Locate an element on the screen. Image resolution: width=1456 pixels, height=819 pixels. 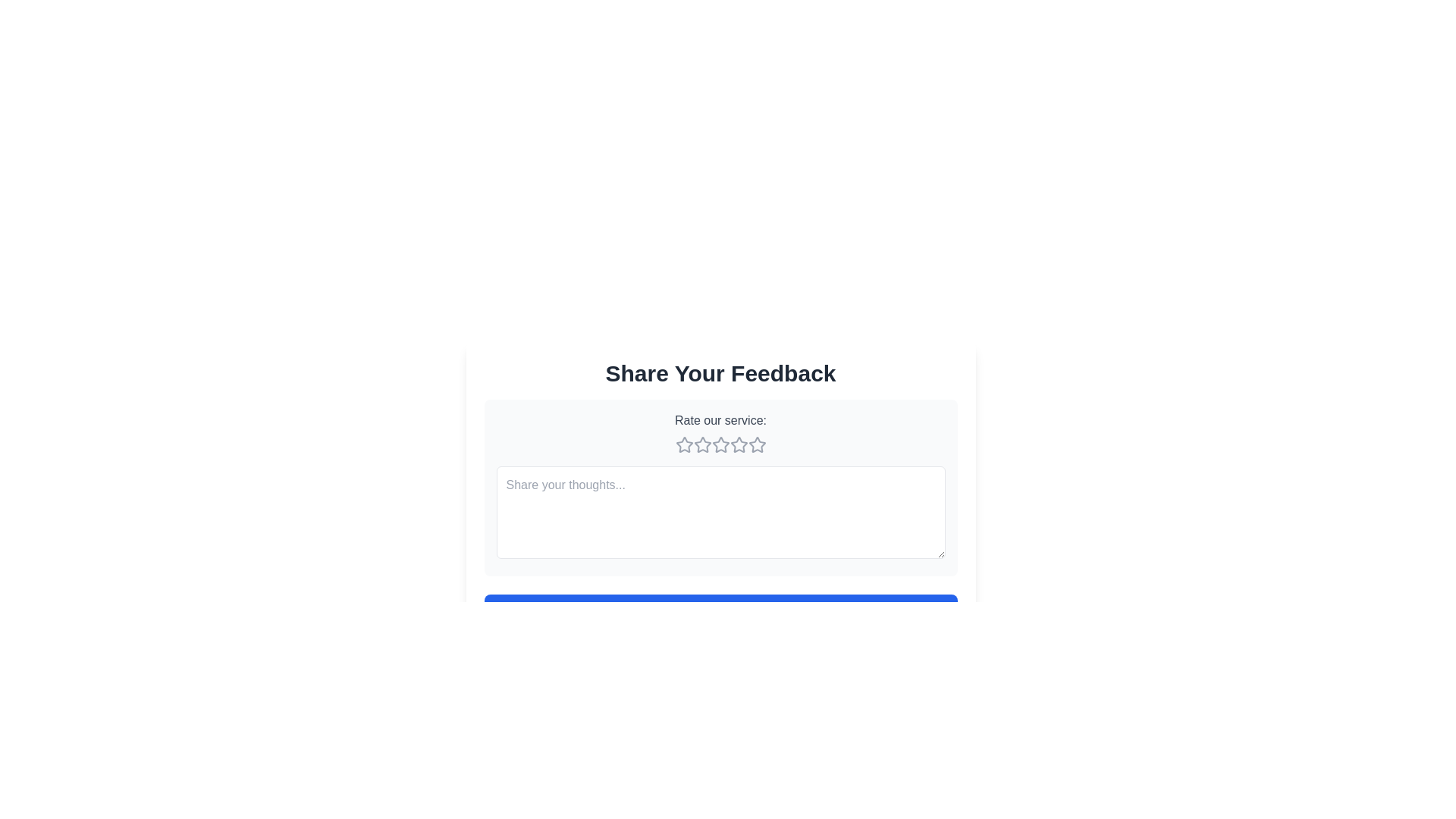
the fourth star icon in the rating section below the heading 'Rate our service:' to assign a rating is located at coordinates (739, 444).